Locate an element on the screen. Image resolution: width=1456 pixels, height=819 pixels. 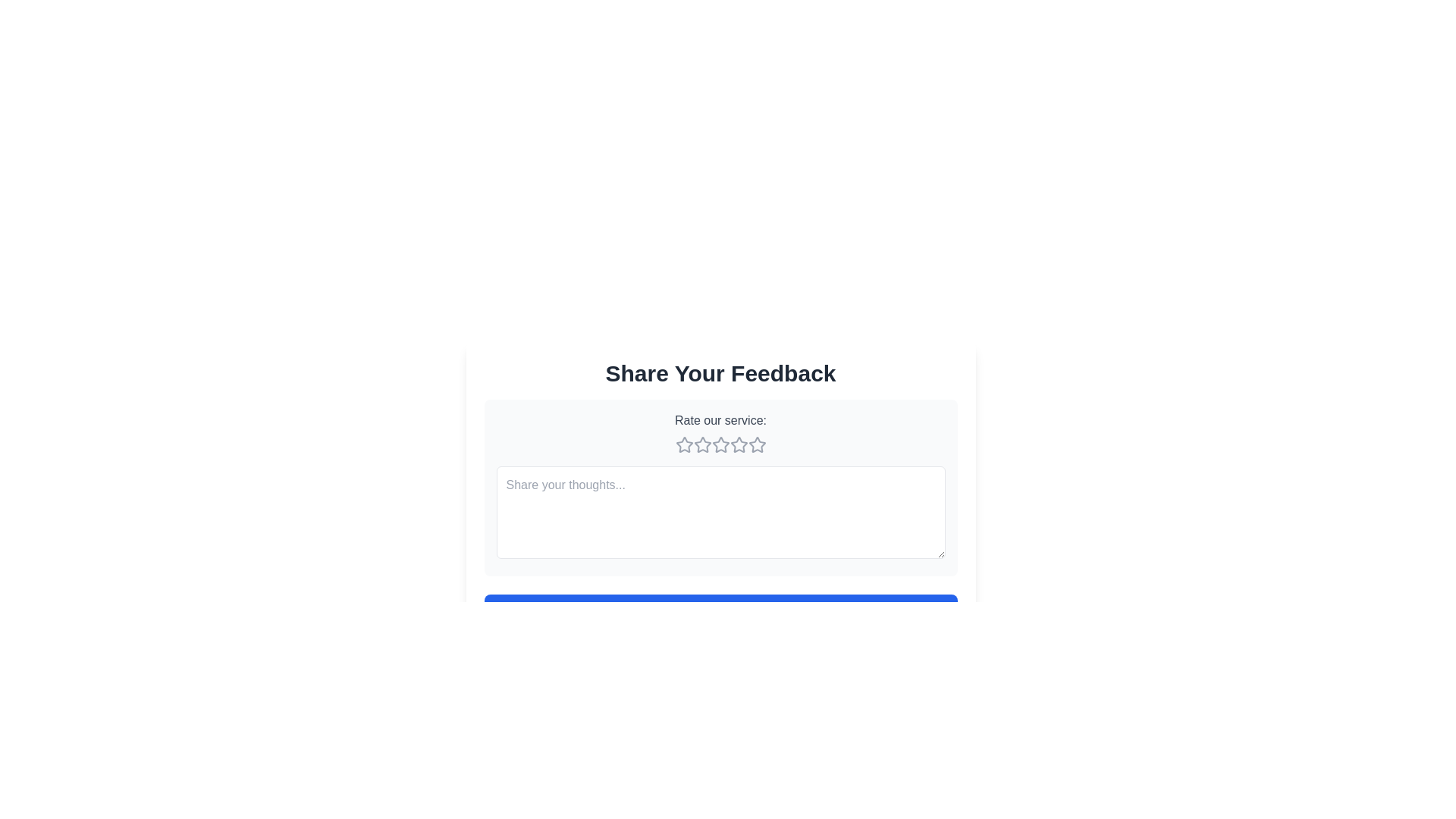
the fourth star icon in the rating section below the heading 'Rate our service:' to assign a rating is located at coordinates (739, 444).